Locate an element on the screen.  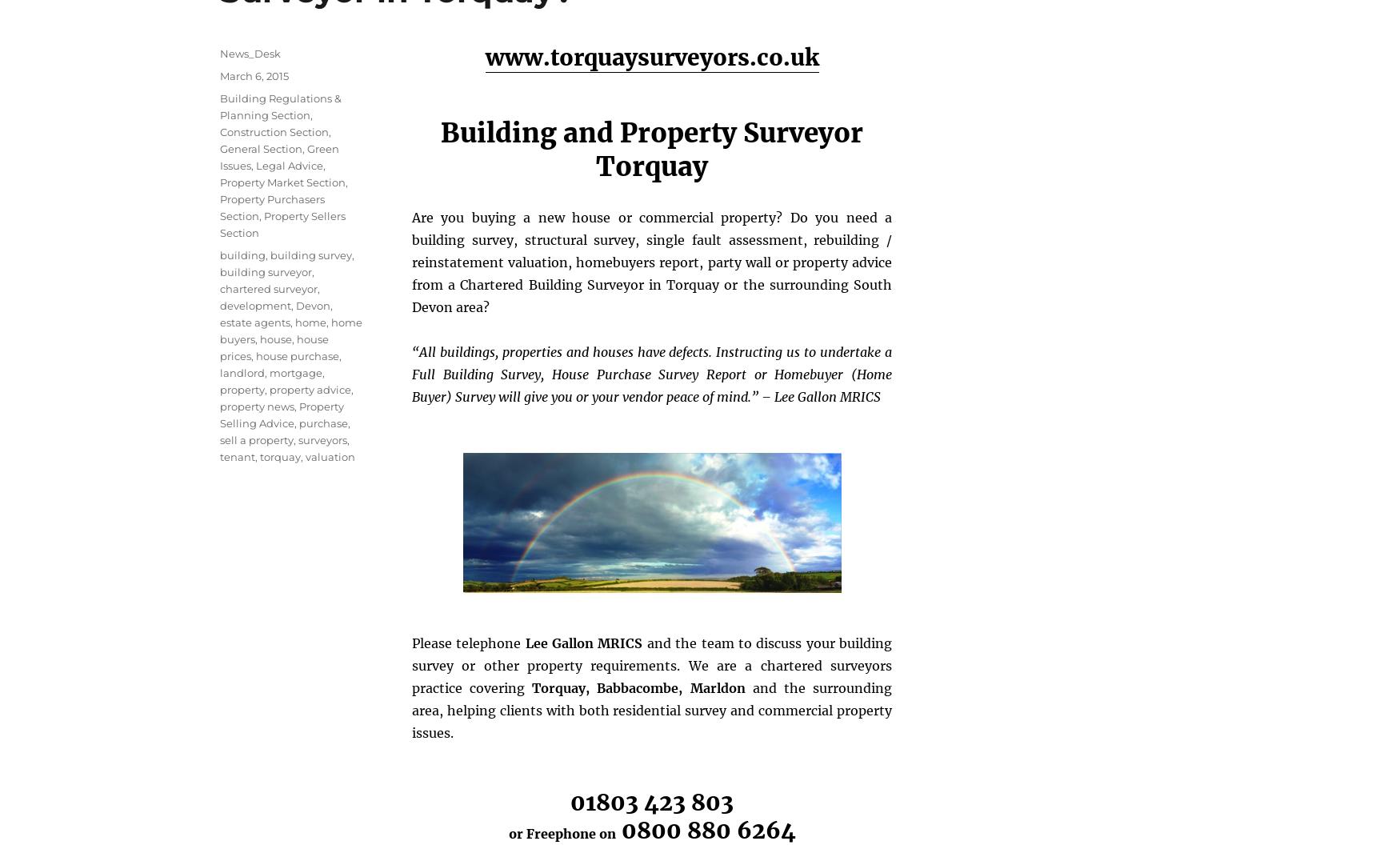
'March 6, 2015' is located at coordinates (254, 75).